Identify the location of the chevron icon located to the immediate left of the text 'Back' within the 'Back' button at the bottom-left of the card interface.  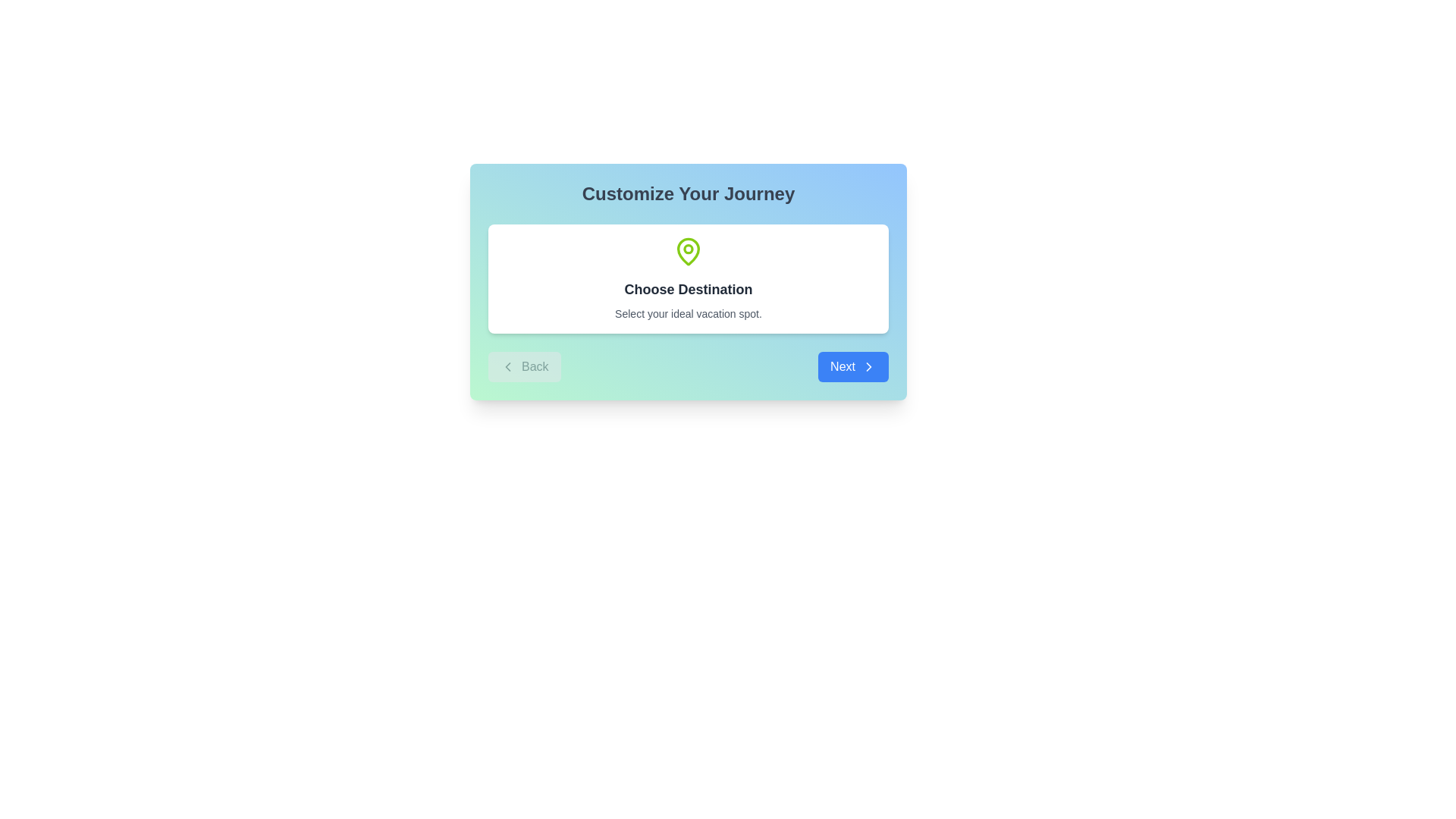
(508, 366).